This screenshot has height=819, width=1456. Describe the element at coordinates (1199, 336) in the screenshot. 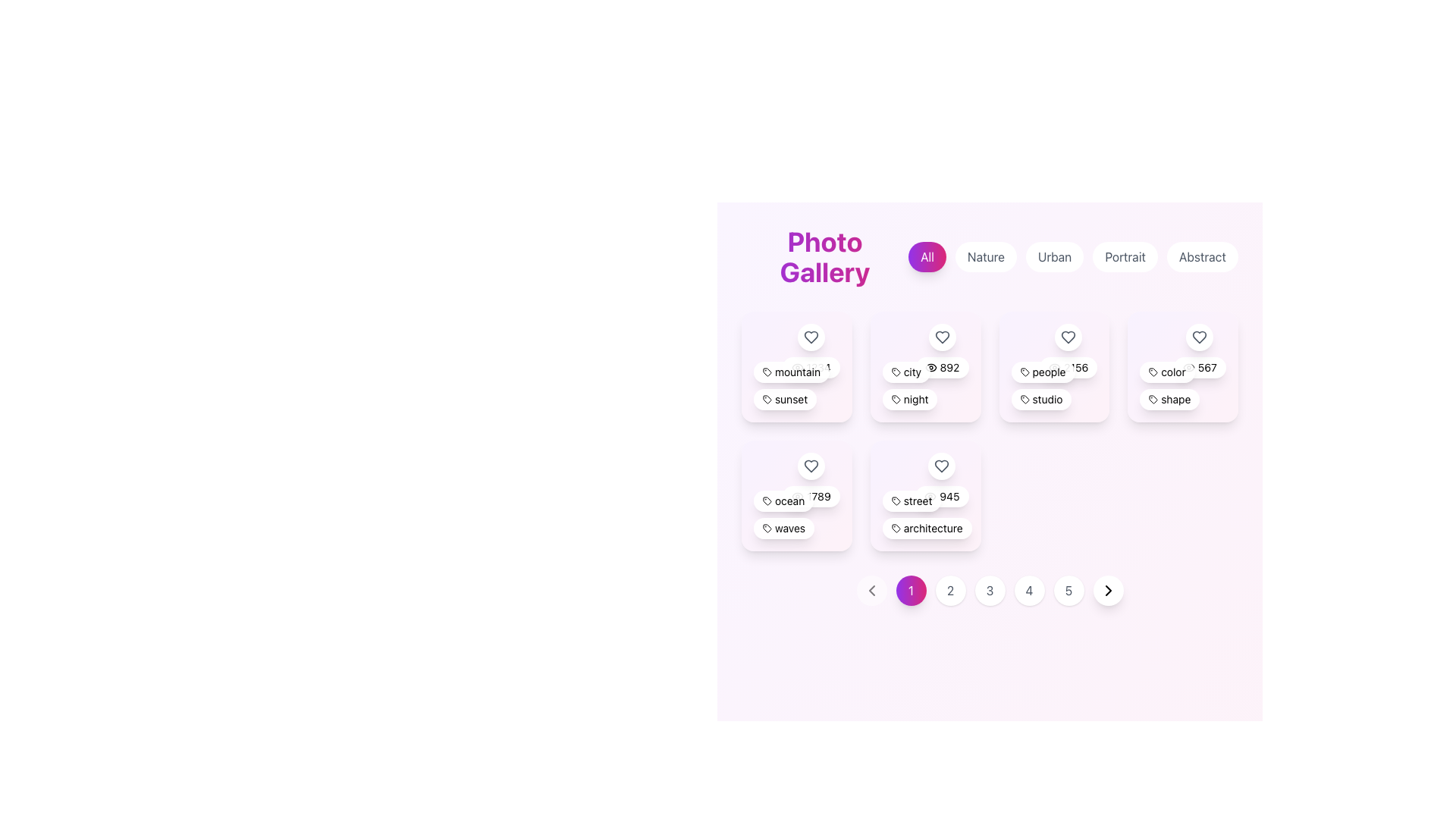

I see `the interactive button located at the top-right corner of the 'color' card displaying the number '567' to activate hover effects` at that location.